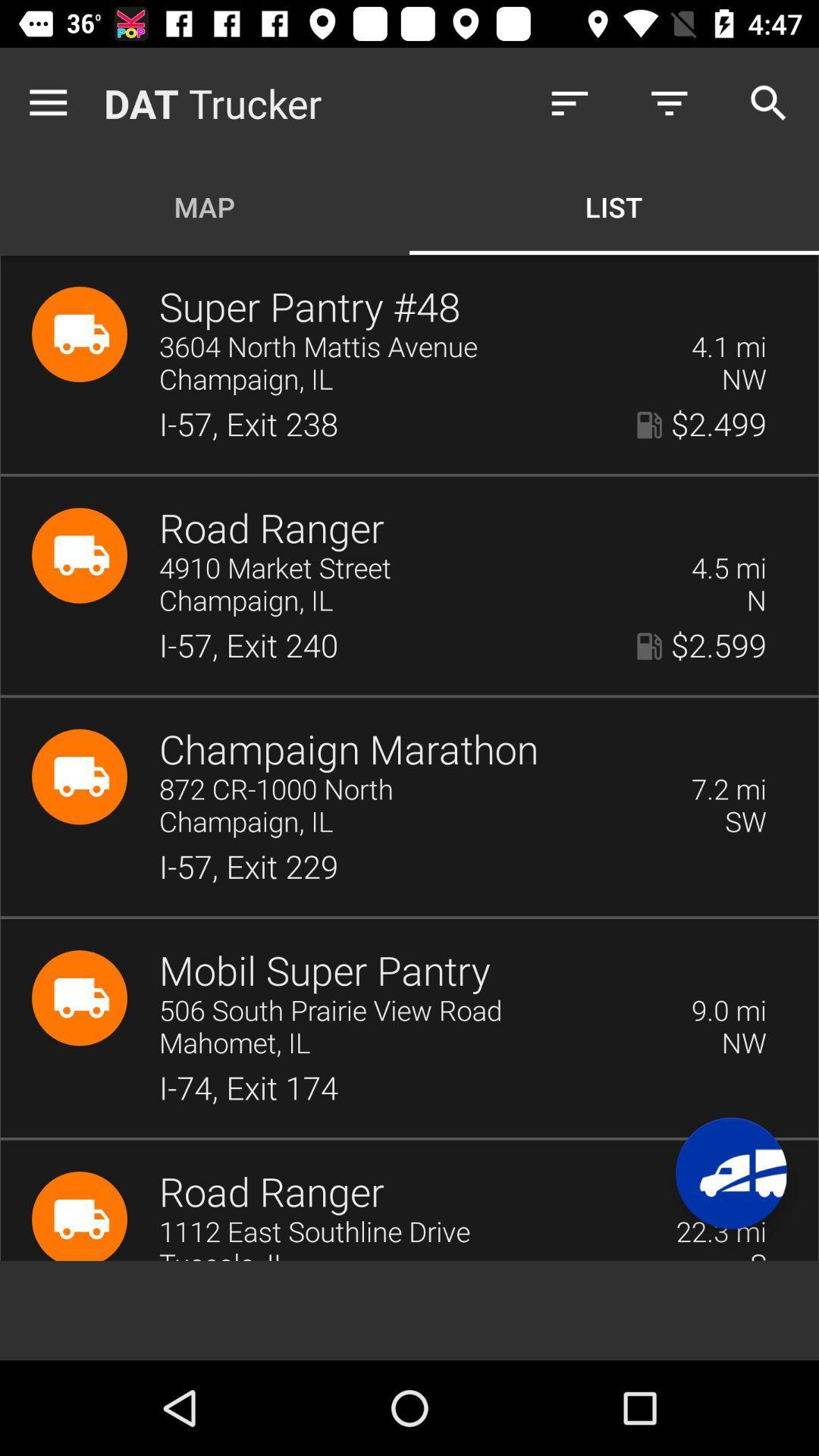 This screenshot has height=1456, width=819. What do you see at coordinates (415, 789) in the screenshot?
I see `the icon to the left of 7.2 mi icon` at bounding box center [415, 789].